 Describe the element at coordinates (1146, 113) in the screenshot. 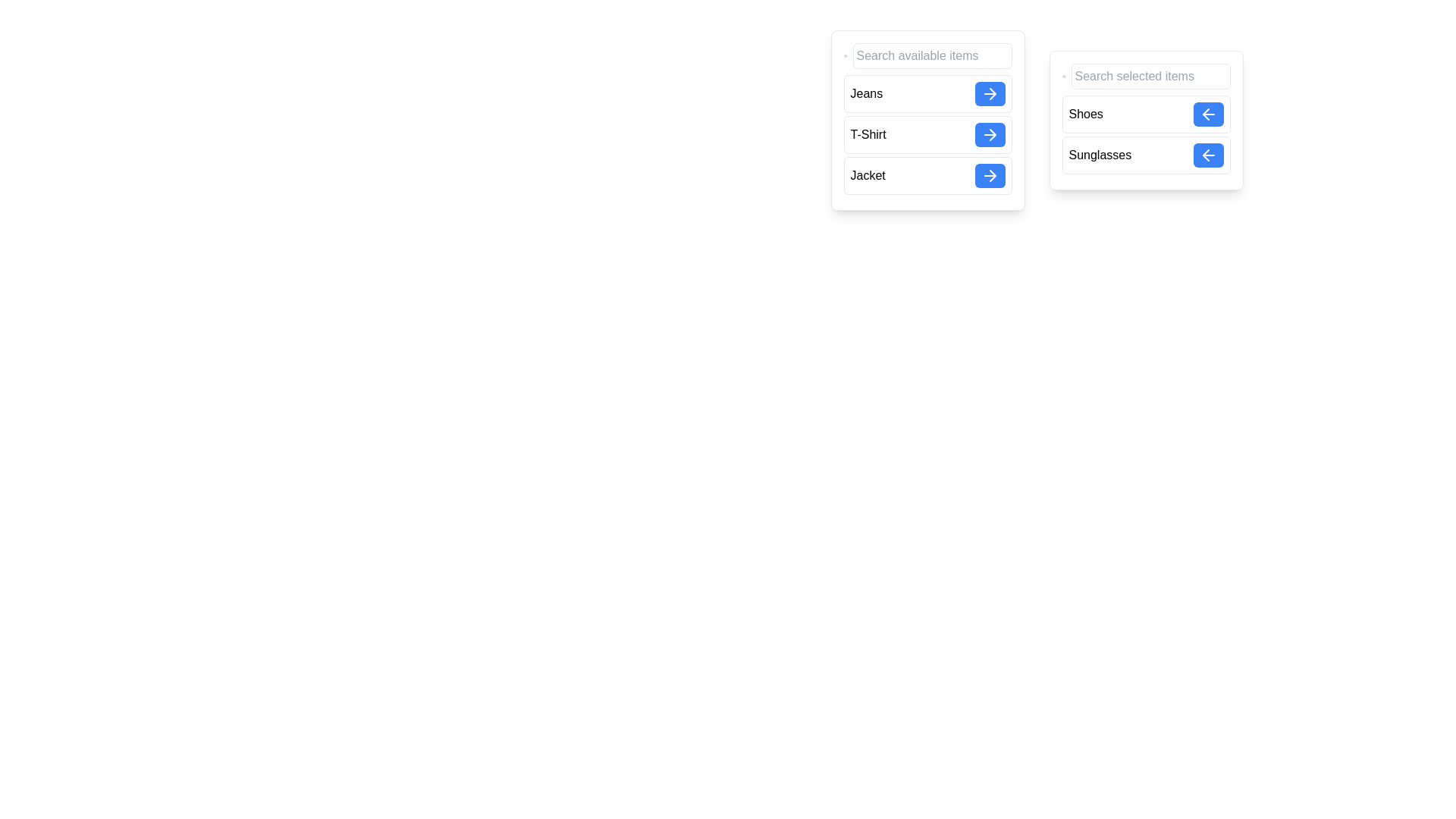

I see `the selectable list entry labeled 'Shoes'` at that location.